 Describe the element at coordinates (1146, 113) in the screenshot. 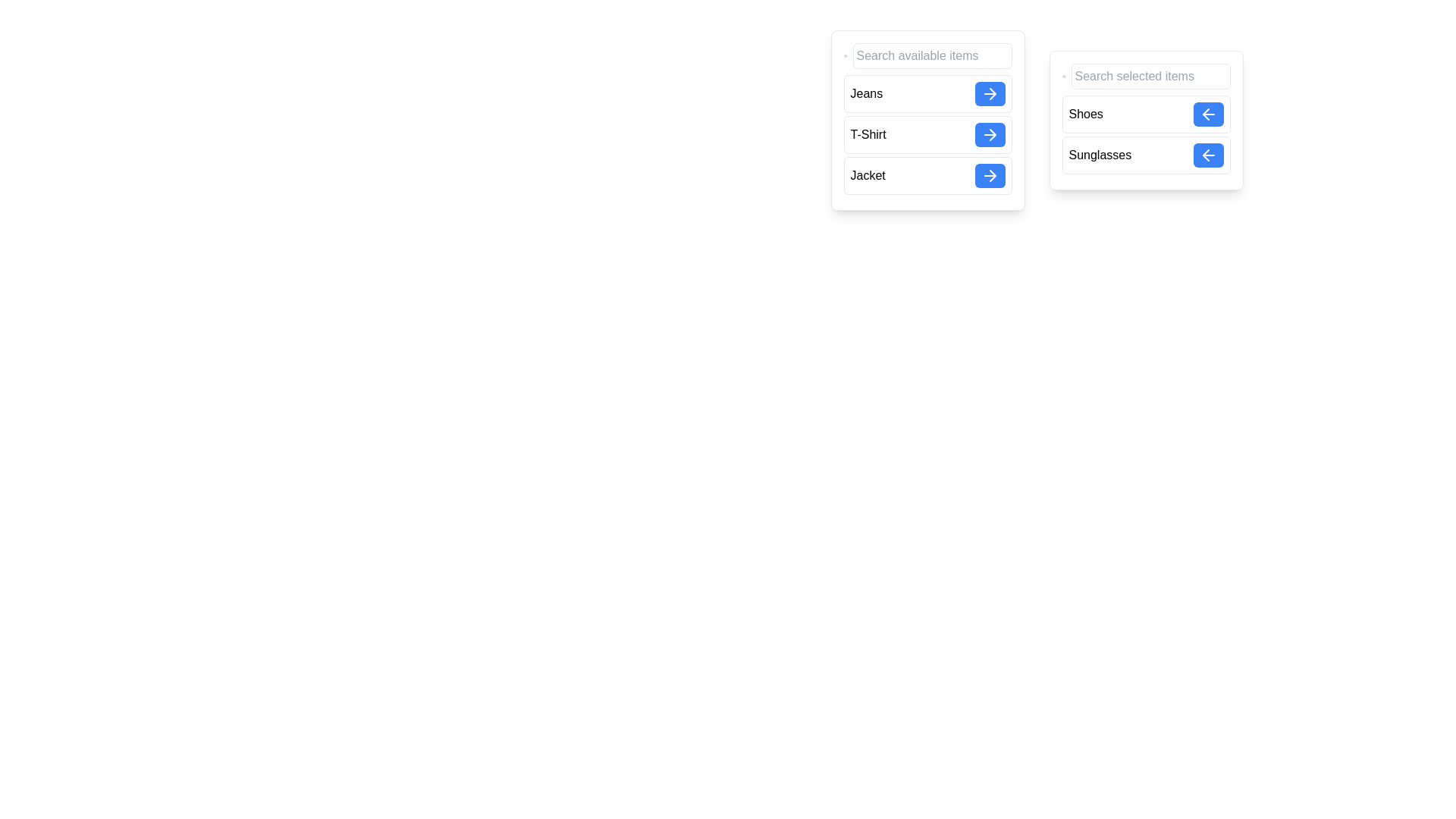

I see `the selectable list entry labeled 'Shoes'` at that location.